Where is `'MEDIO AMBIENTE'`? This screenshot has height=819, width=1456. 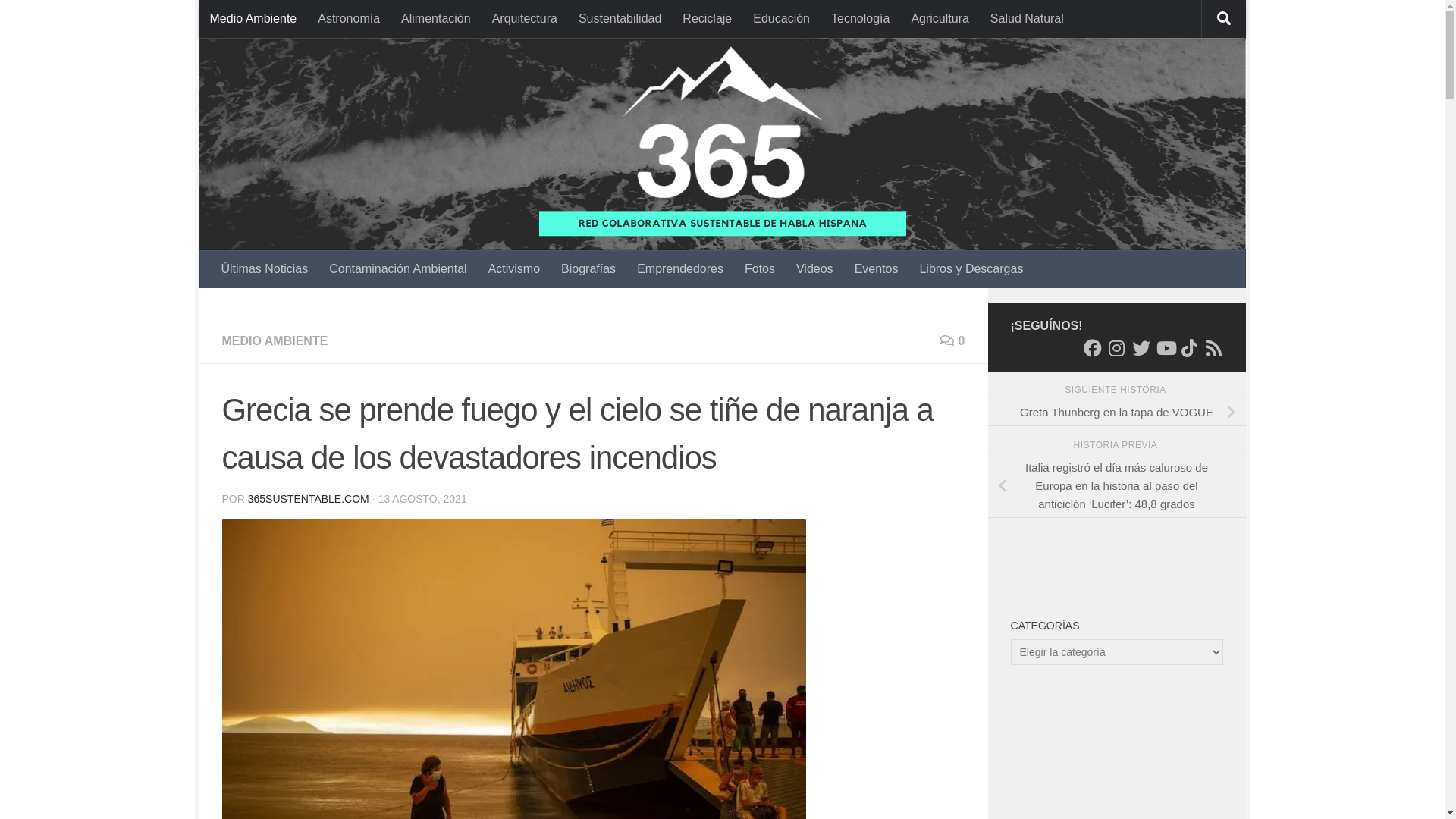
'MEDIO AMBIENTE' is located at coordinates (221, 340).